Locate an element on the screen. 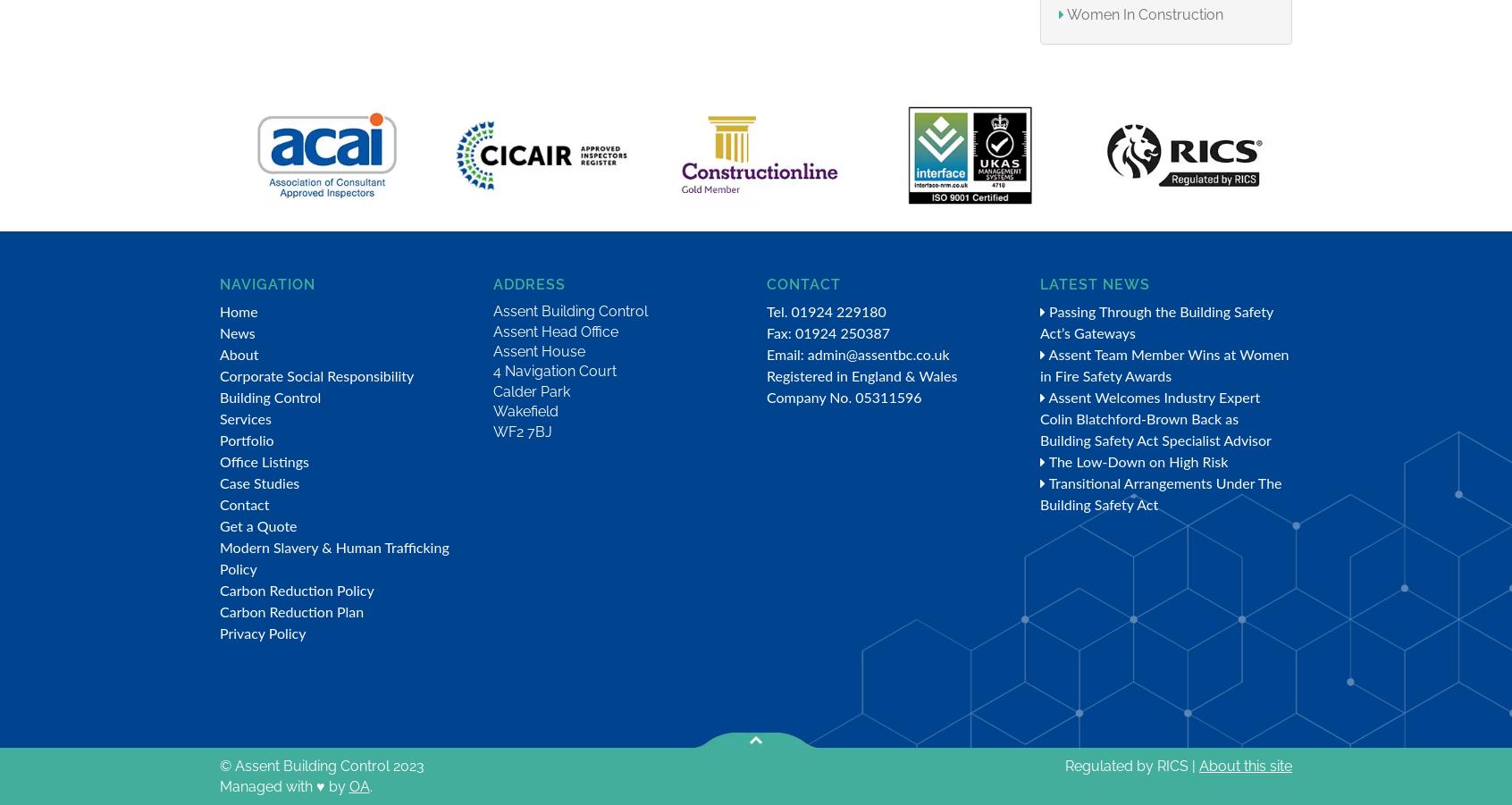  'Latest News' is located at coordinates (1095, 283).